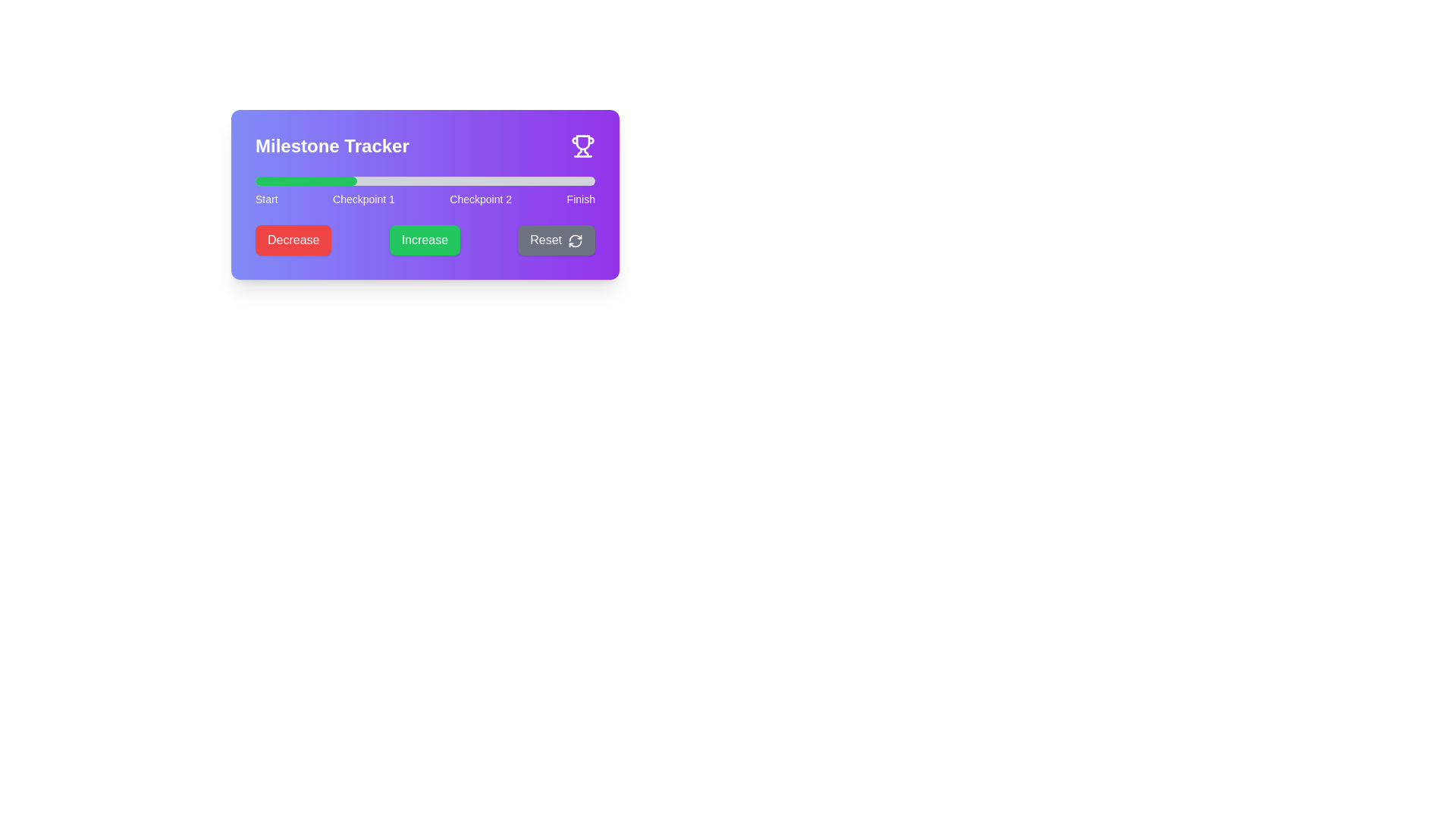 The width and height of the screenshot is (1456, 819). Describe the element at coordinates (425, 180) in the screenshot. I see `the horizontally-oriented progress bar with a pale gray rounded background and a green filled section, located centrally within the purple card interface` at that location.